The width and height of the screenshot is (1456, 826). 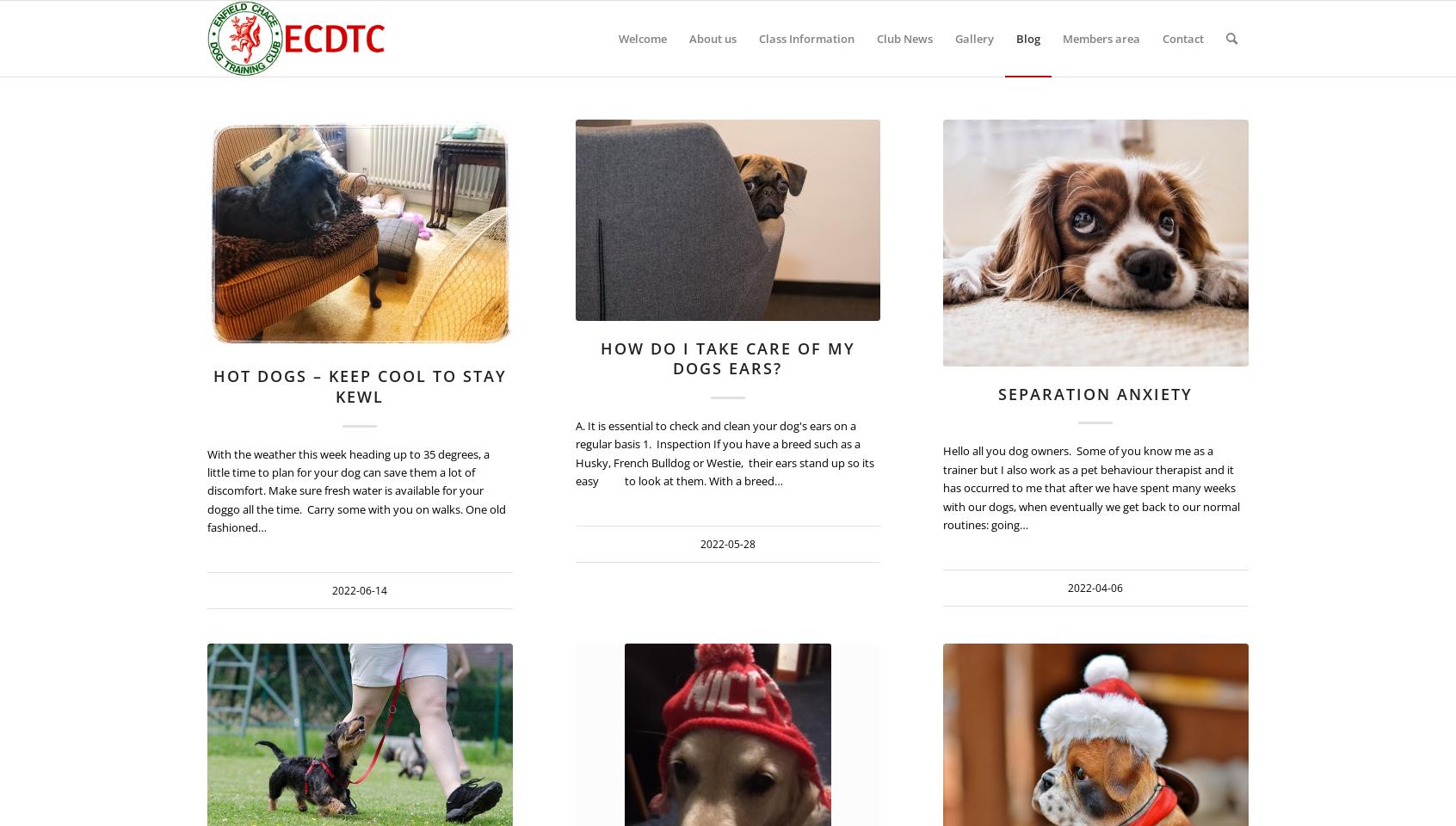 What do you see at coordinates (600, 228) in the screenshot?
I see `'2022-06-14 12:38:21'` at bounding box center [600, 228].